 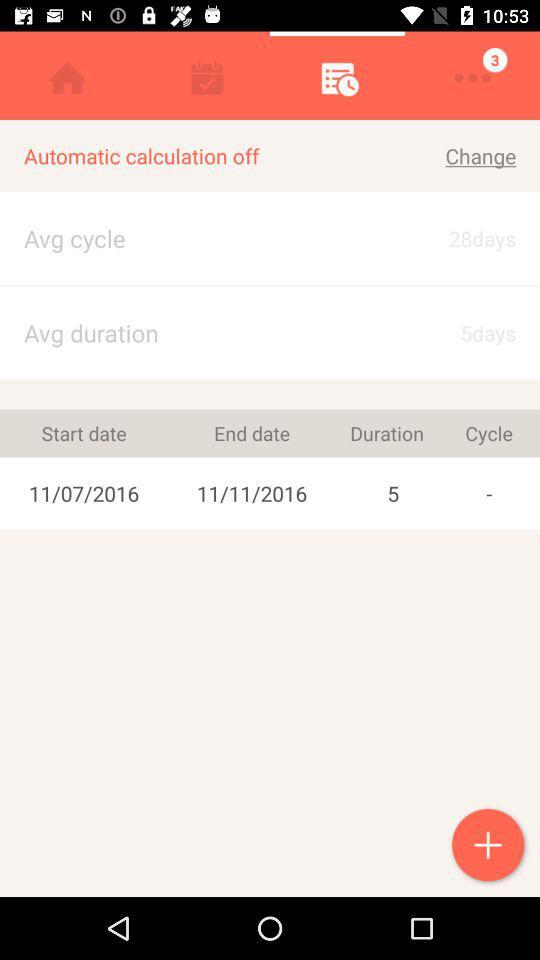 I want to click on the 5 icon, so click(x=393, y=492).